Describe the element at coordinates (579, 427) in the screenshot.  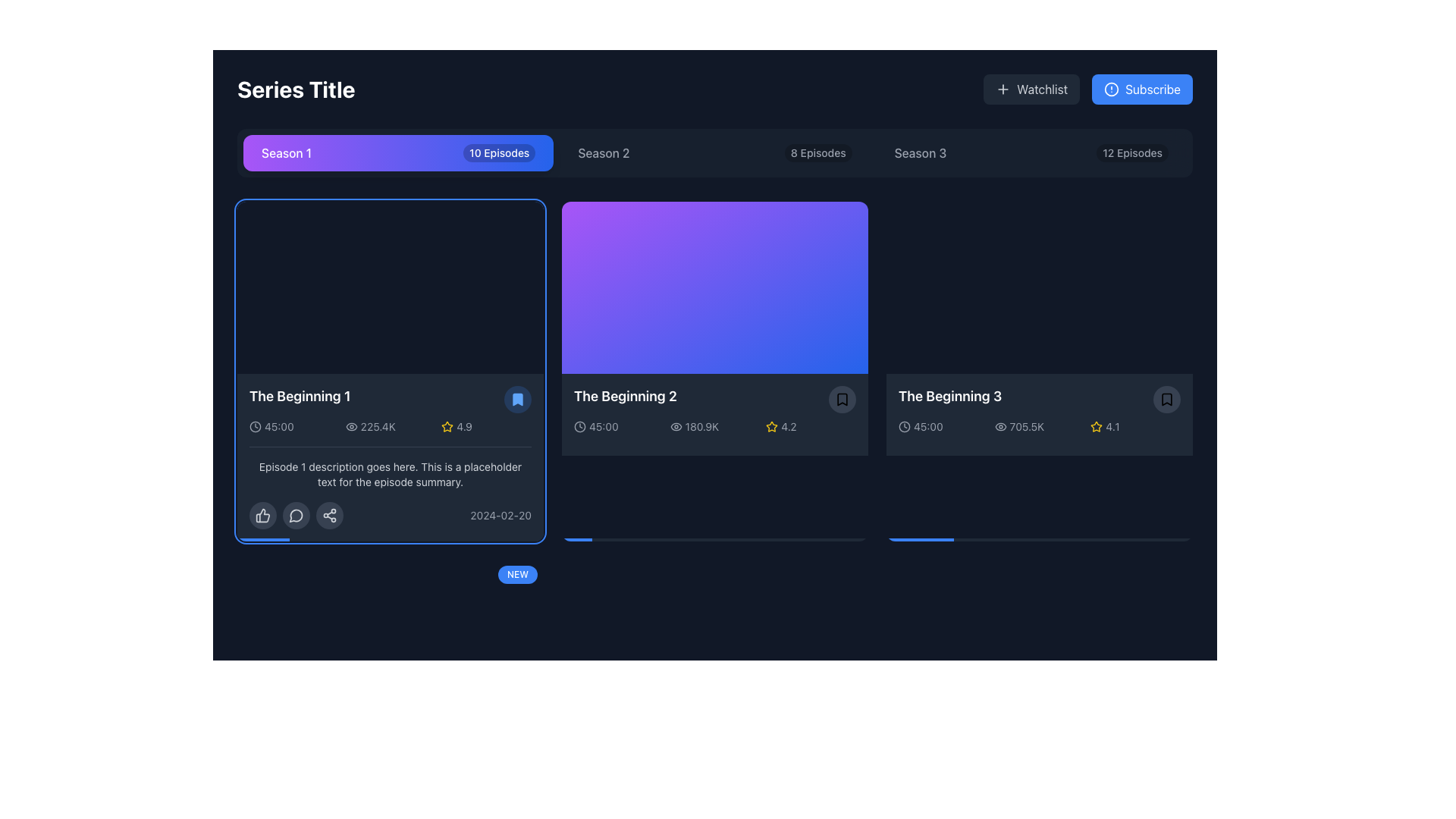
I see `the SVG circle element that represents the outer circular boundary of the clock face, located in the bottom left area below the thumbnail for 'The Beginning 1'` at that location.